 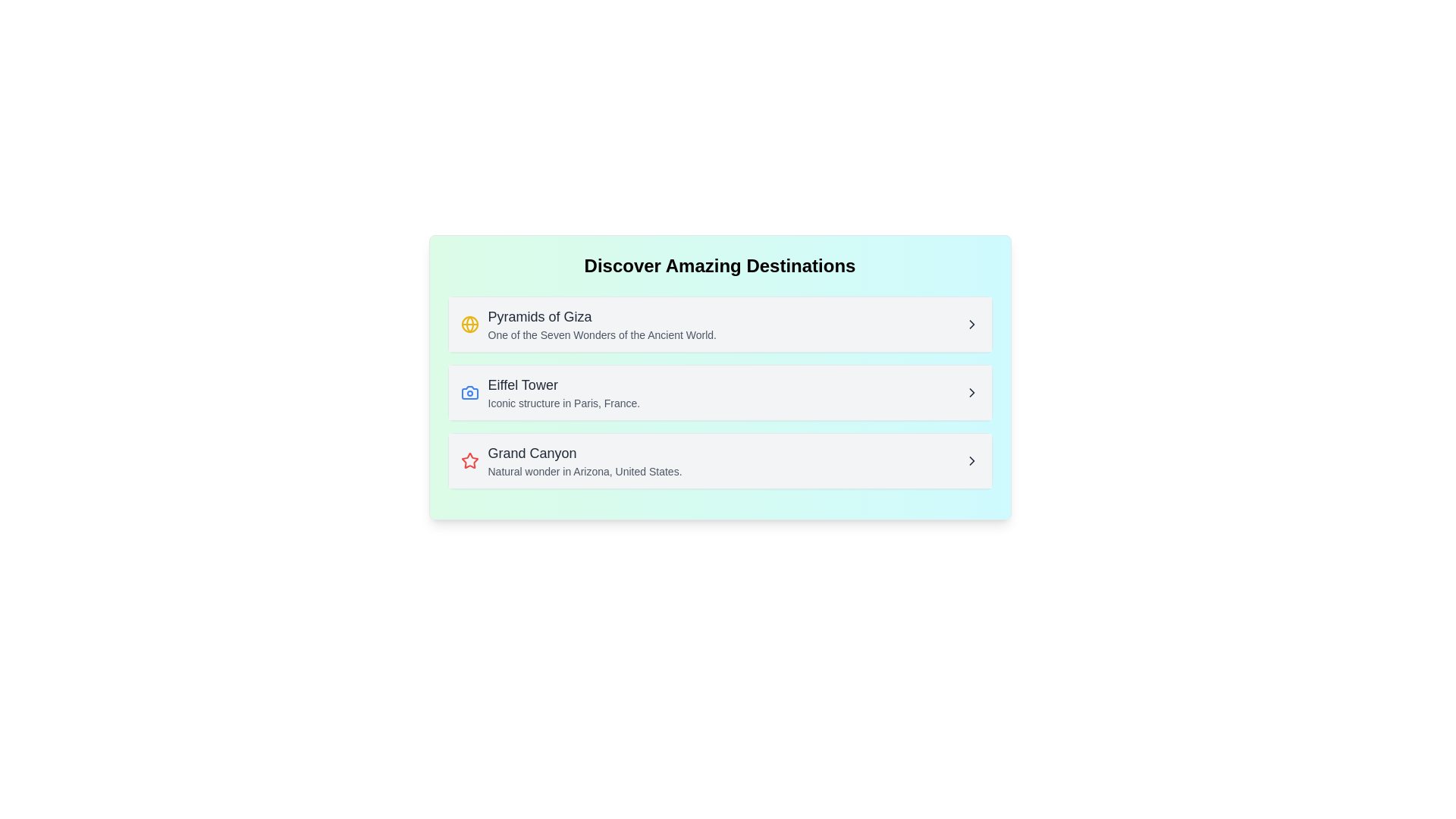 I want to click on the interactive list item that presents information about the Eiffel Tower, so click(x=719, y=376).